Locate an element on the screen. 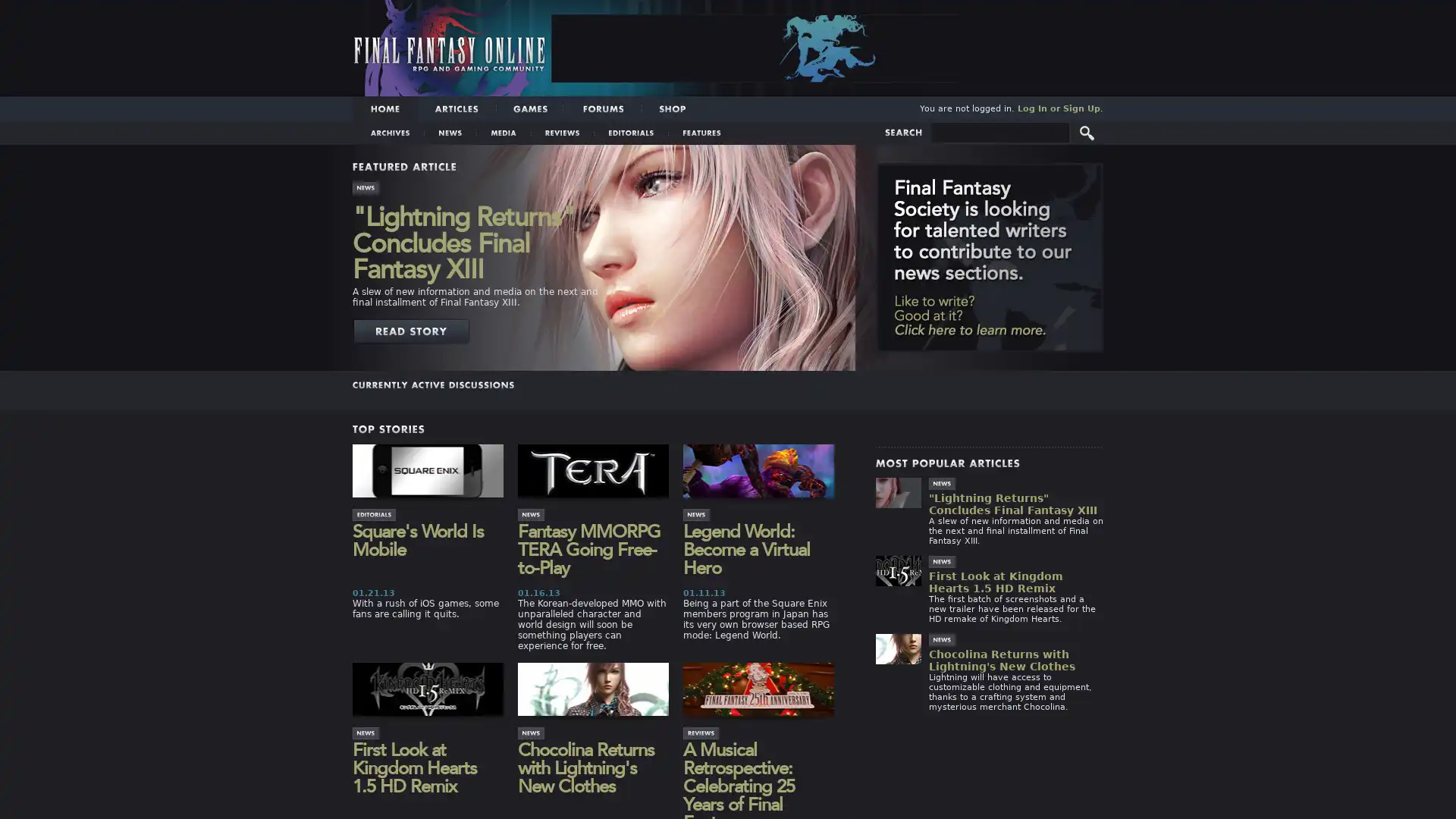 Image resolution: width=1456 pixels, height=819 pixels. Submit is located at coordinates (1086, 131).